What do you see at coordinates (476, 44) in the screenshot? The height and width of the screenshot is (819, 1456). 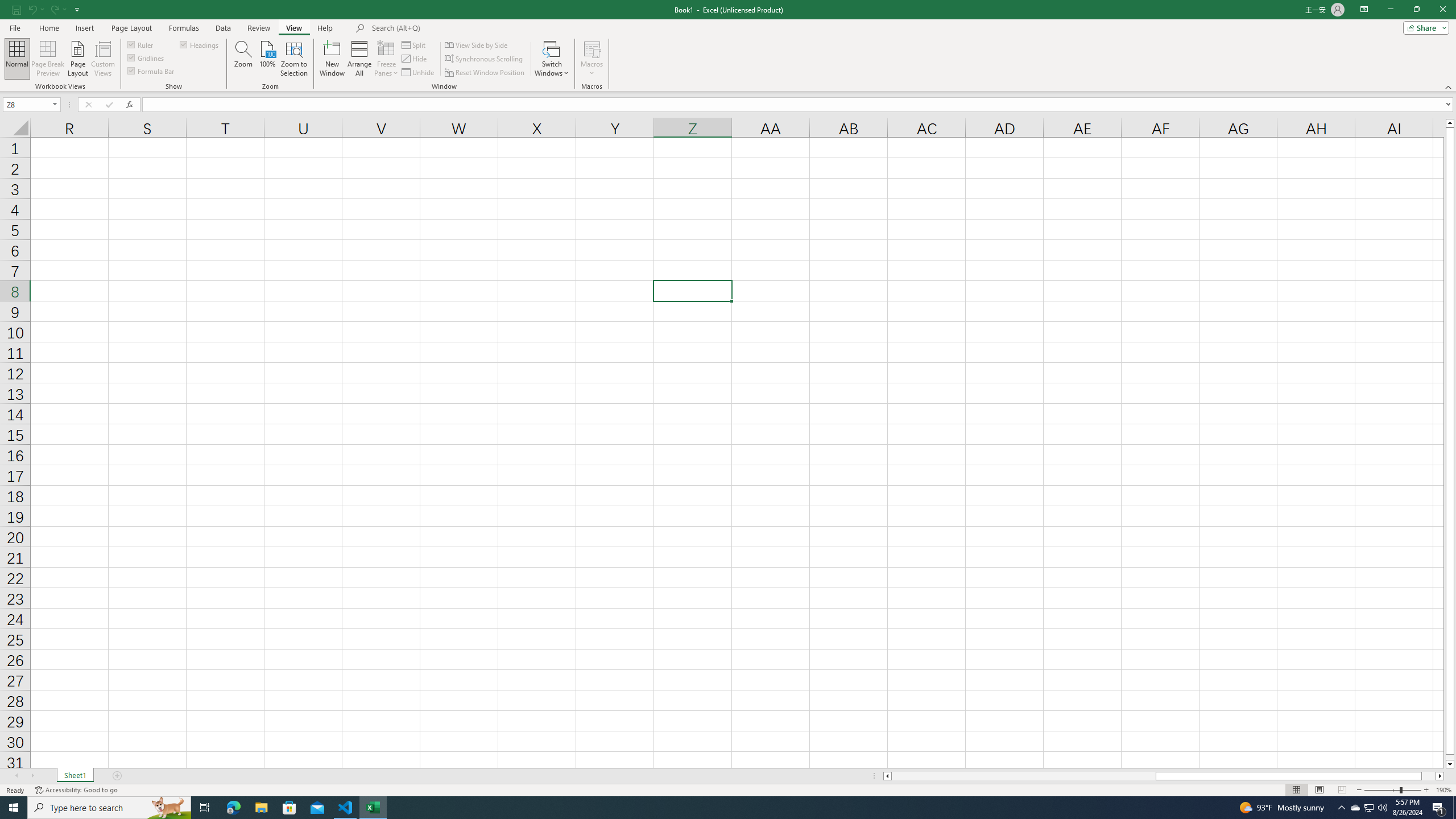 I see `'View Side by Side'` at bounding box center [476, 44].